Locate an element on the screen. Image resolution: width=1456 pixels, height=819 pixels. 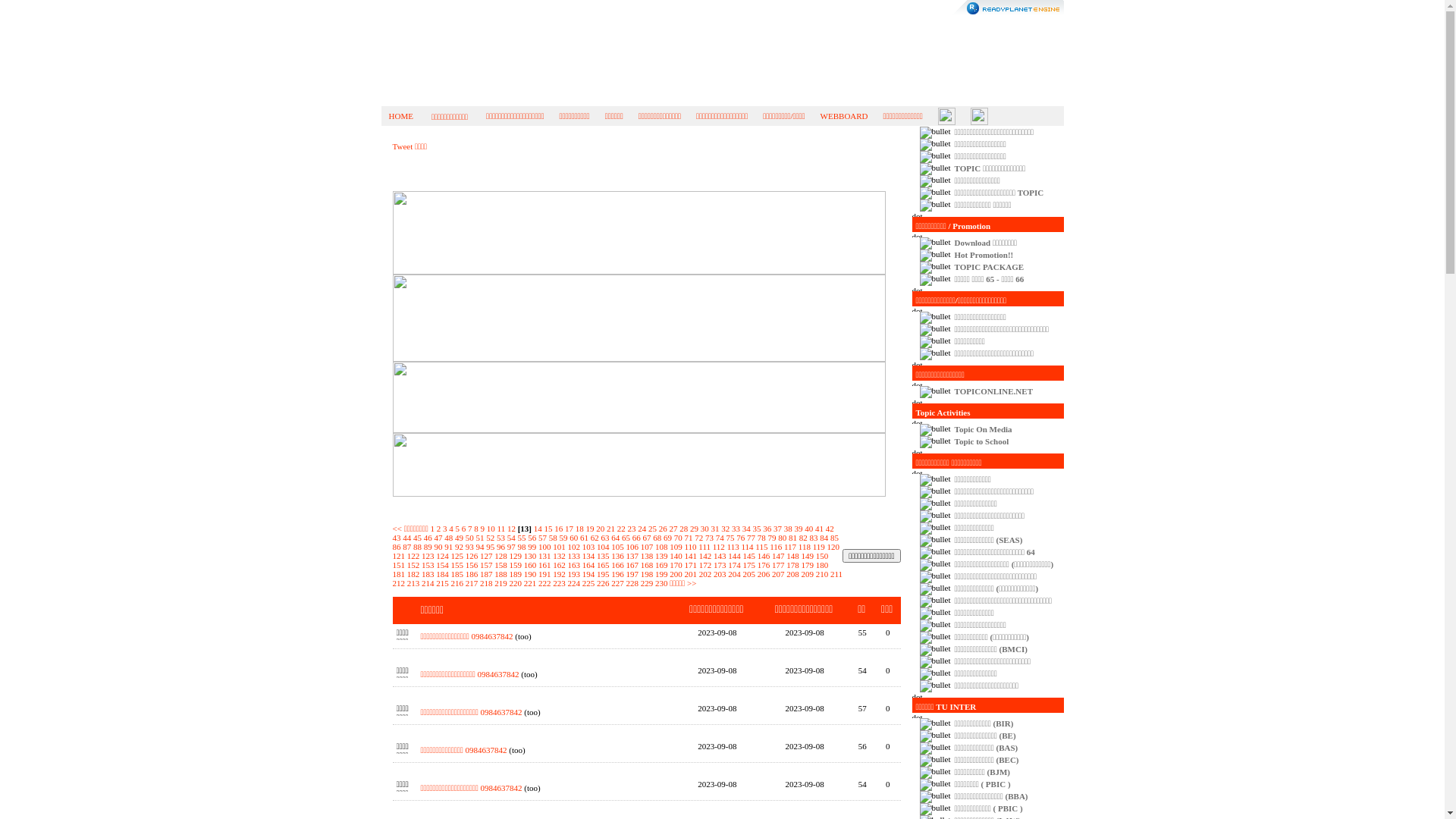
'86' is located at coordinates (397, 547).